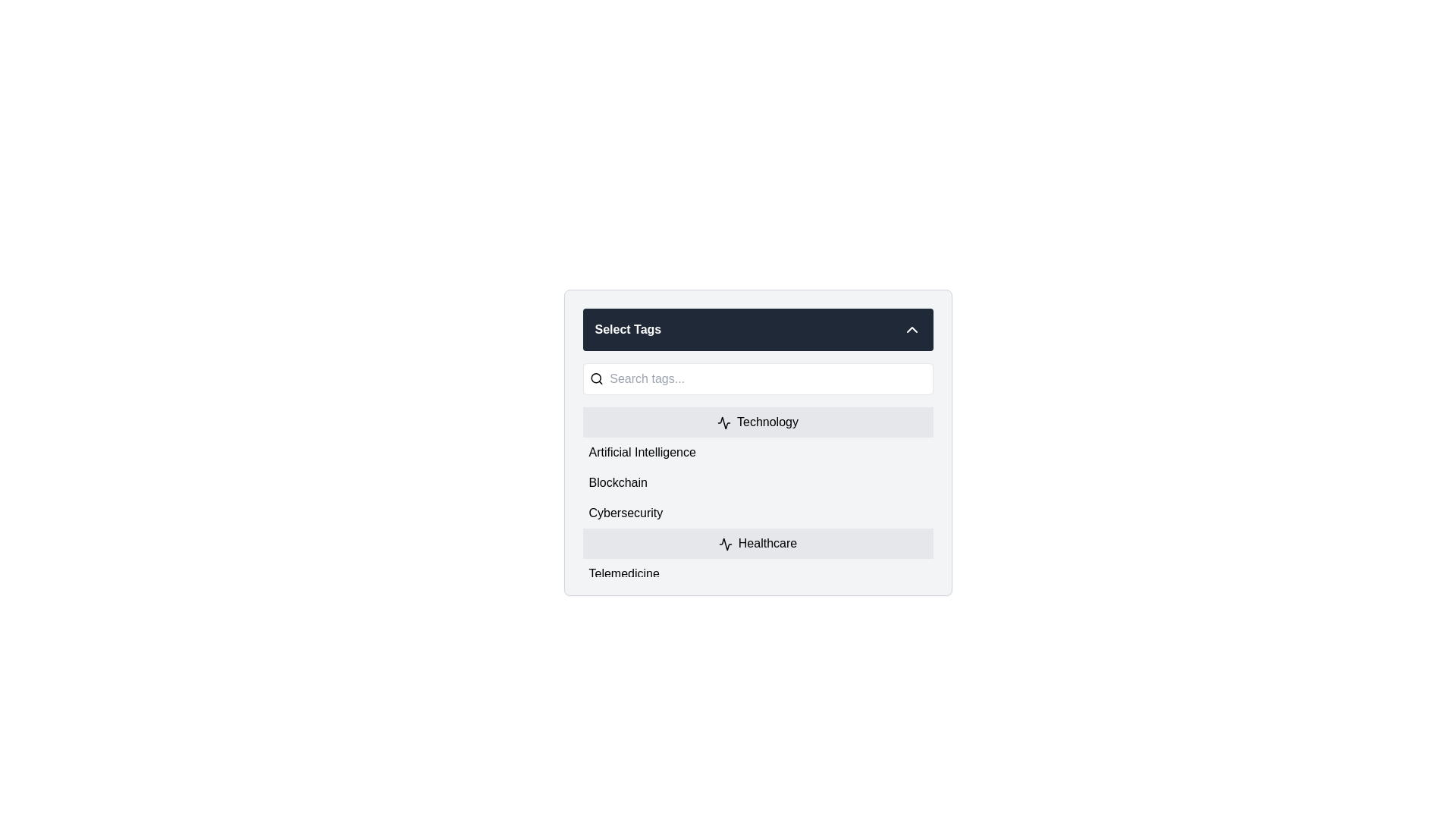 This screenshot has height=819, width=1456. I want to click on the search icon, which is represented by a magnifying glass and is located at the leftmost position inside the search bar component, so click(595, 378).